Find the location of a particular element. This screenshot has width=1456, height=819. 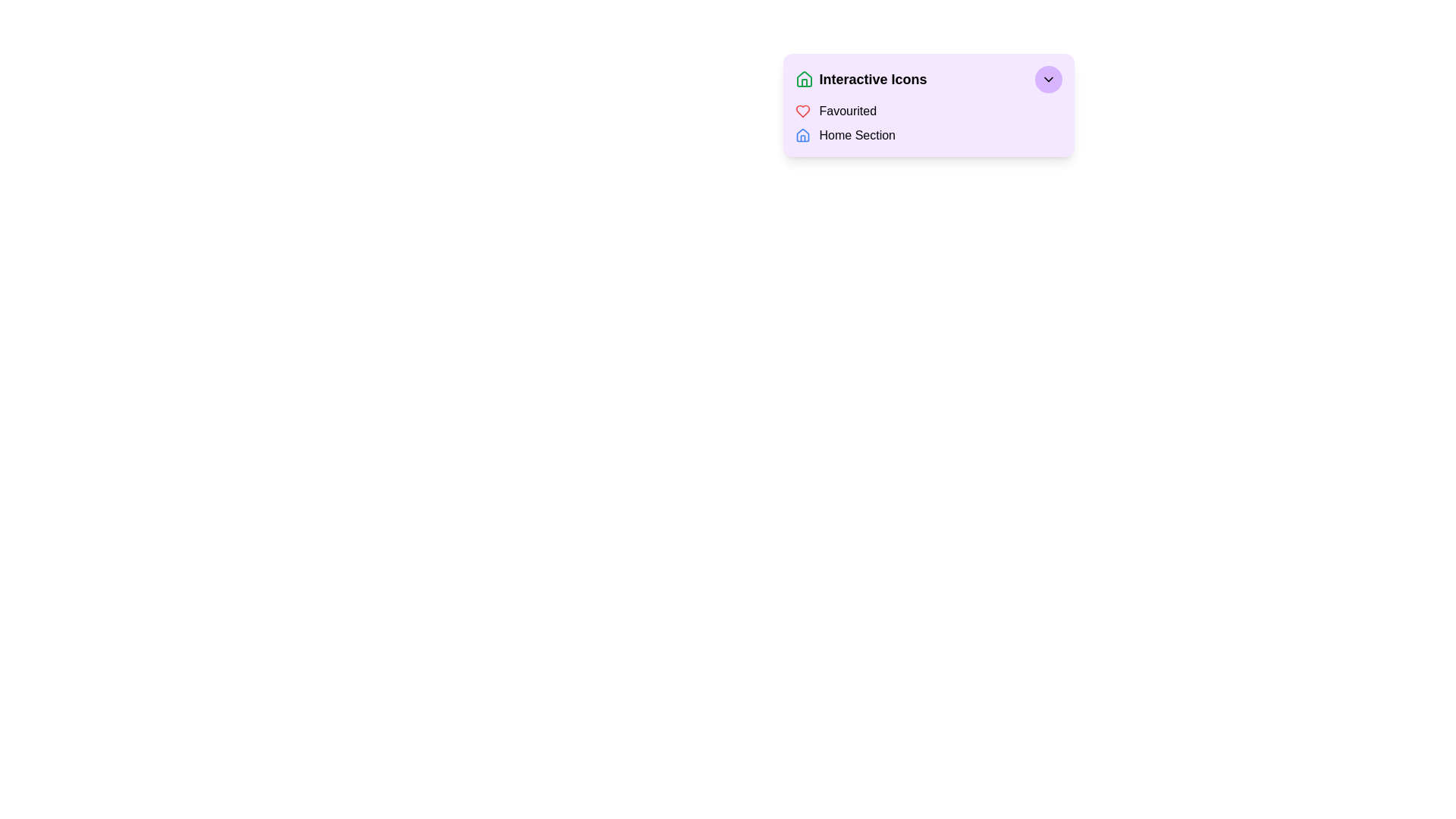

the text label 'Favourited' which is styled in black and positioned next to a heart icon is located at coordinates (847, 110).